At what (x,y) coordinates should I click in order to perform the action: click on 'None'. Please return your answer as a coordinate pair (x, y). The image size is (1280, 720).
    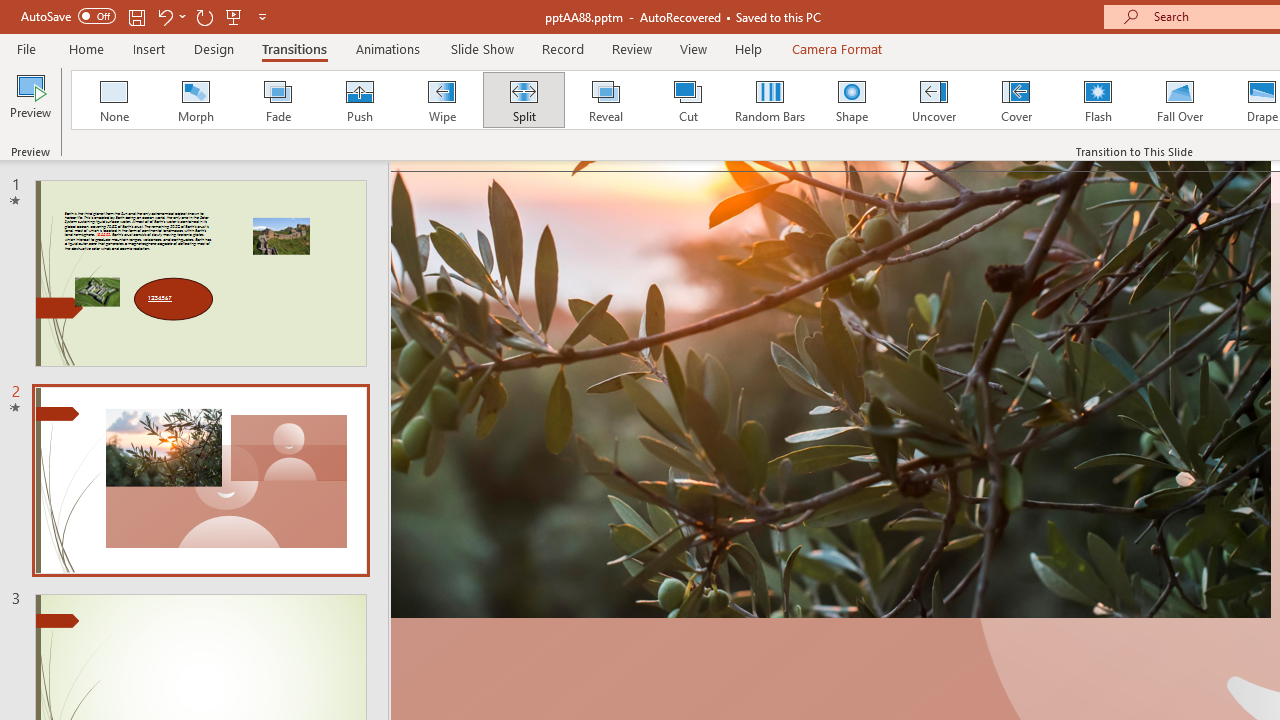
    Looking at the image, I should click on (112, 100).